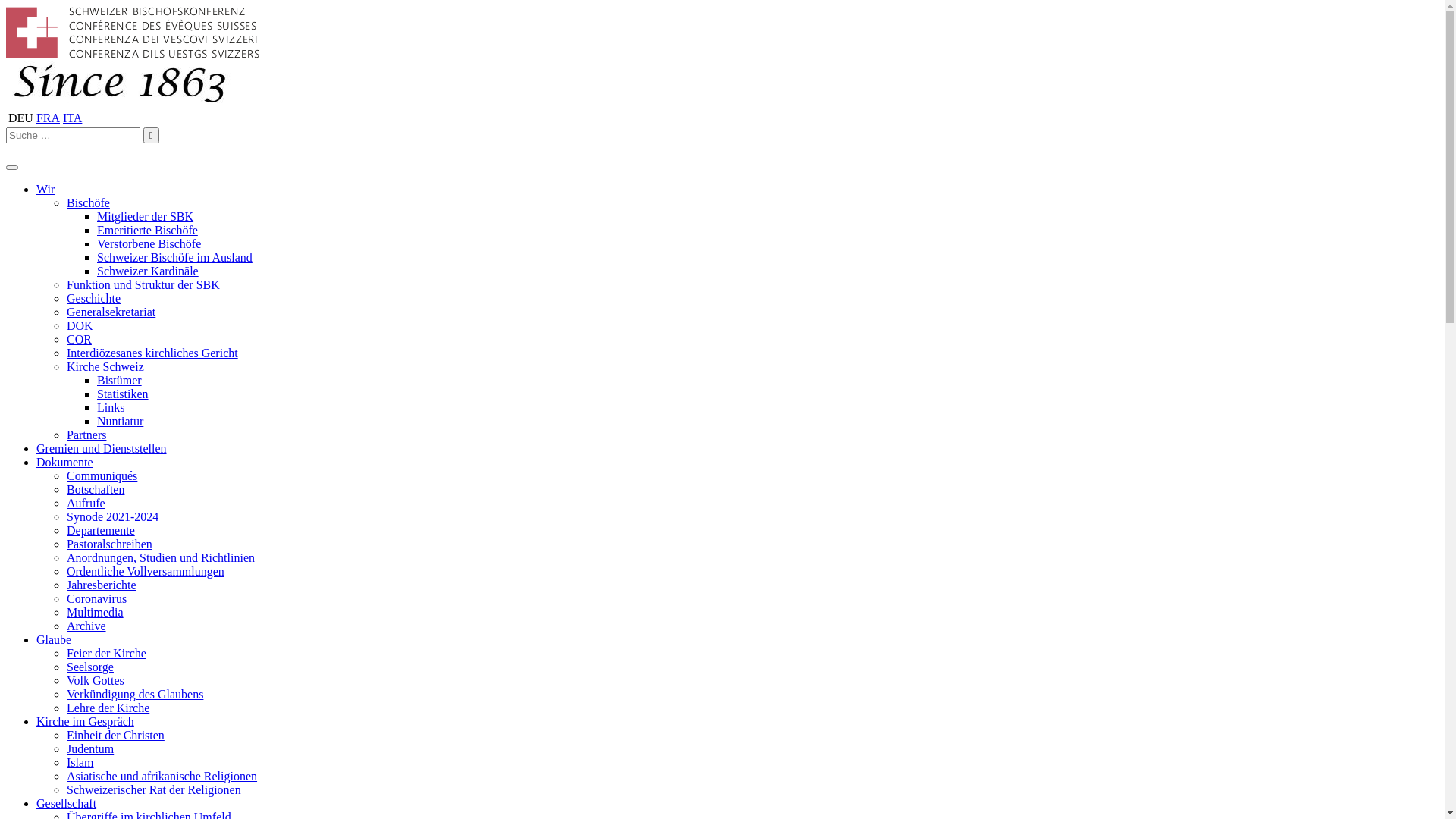 The image size is (1456, 819). What do you see at coordinates (5, 5) in the screenshot?
I see `'Zum Inhalt springen'` at bounding box center [5, 5].